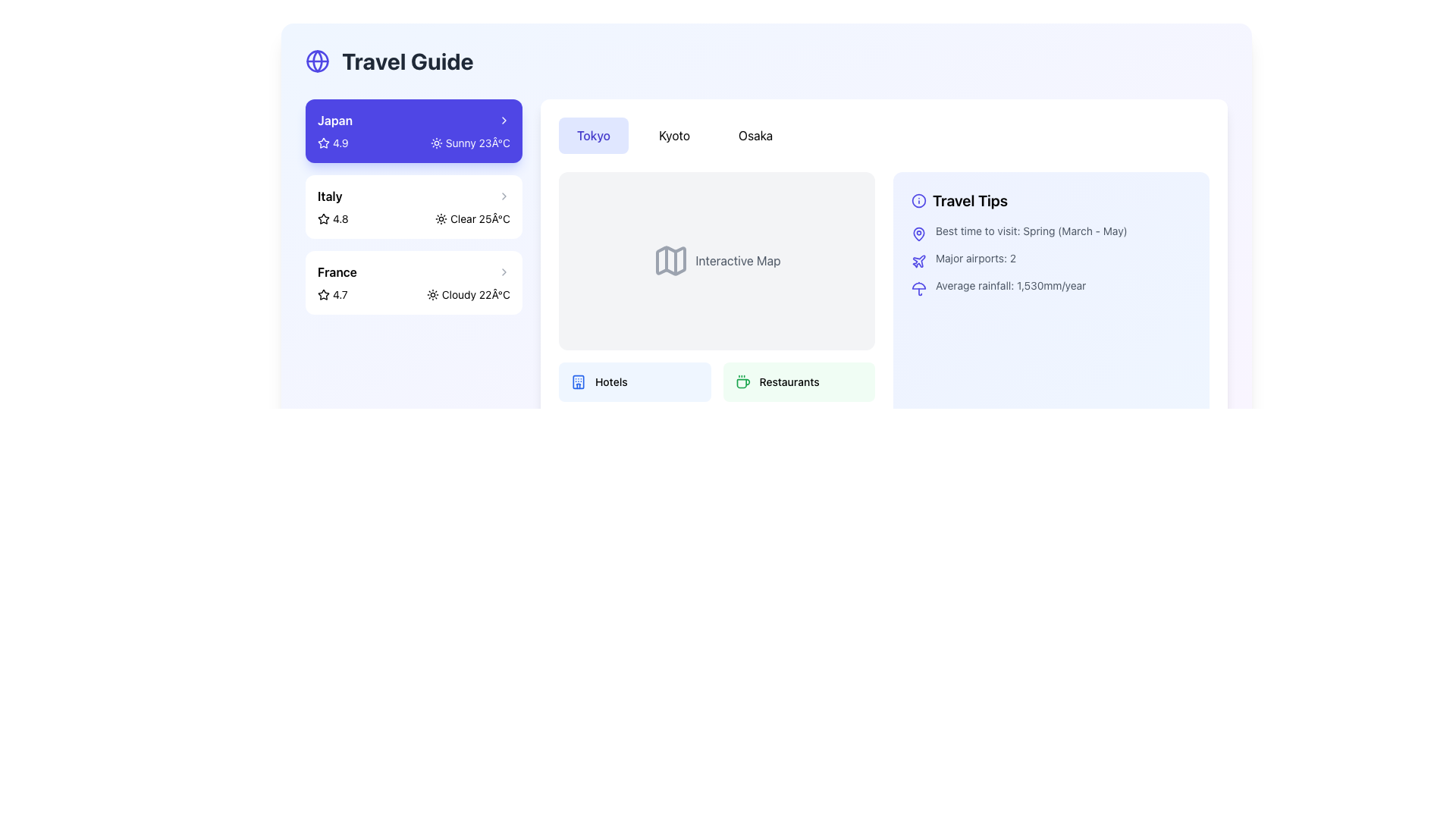 The width and height of the screenshot is (1456, 819). I want to click on the map icon located in the 'Interactive Map' pane, which is positioned above the text label 'Interactive Map', so click(670, 260).